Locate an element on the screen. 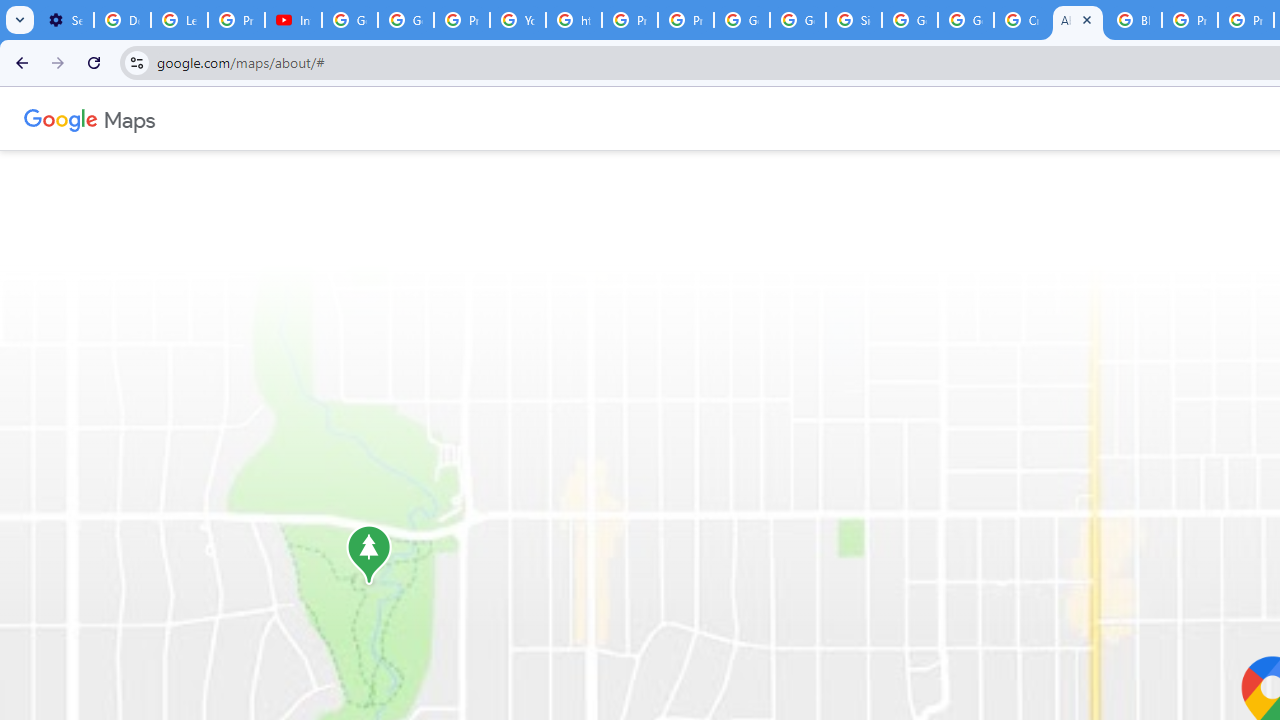  'Learn how to find your photos - Google Photos Help' is located at coordinates (179, 20).